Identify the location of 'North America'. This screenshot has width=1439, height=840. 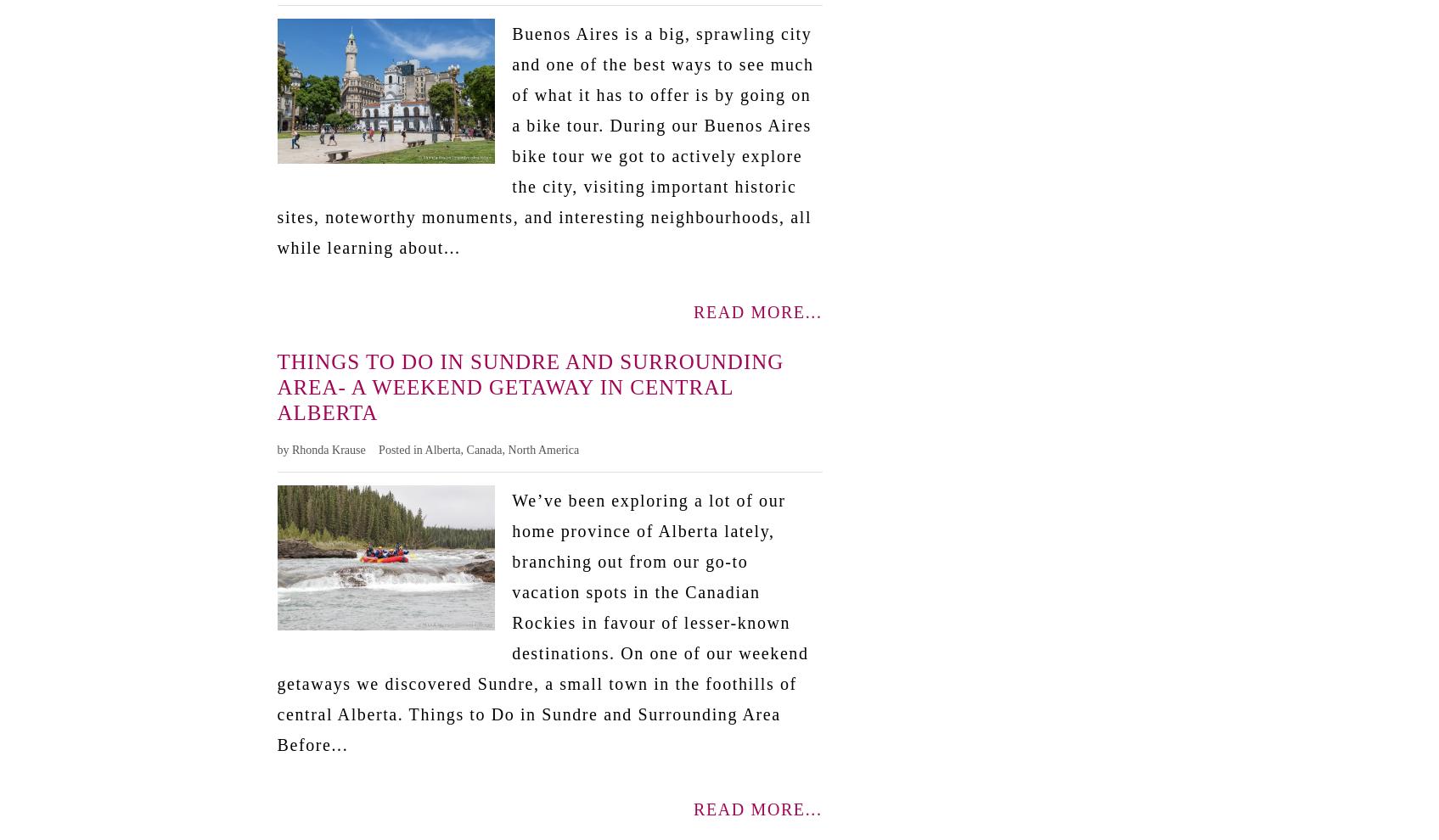
(542, 448).